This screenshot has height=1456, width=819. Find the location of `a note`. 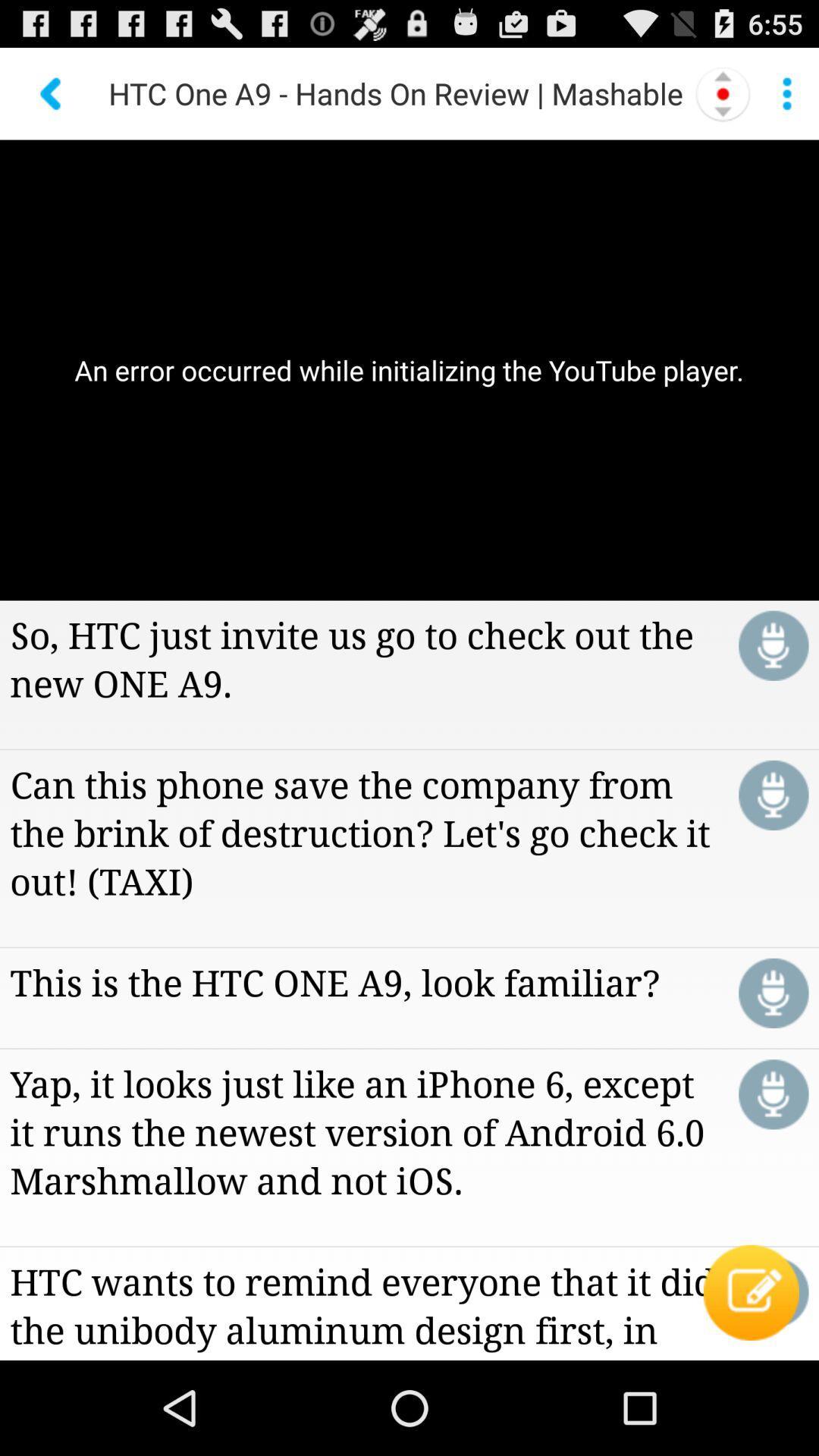

a note is located at coordinates (773, 1291).